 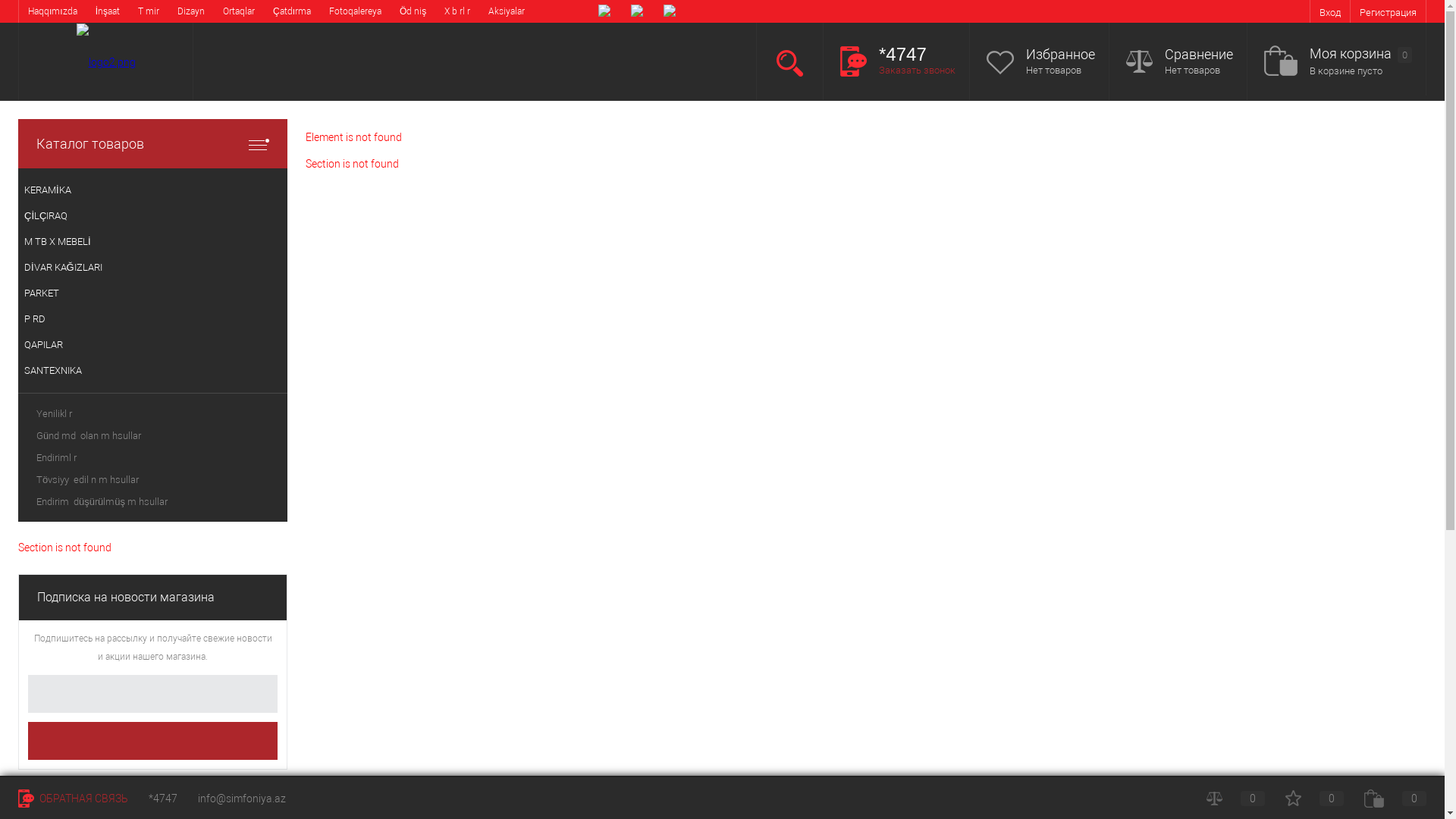 What do you see at coordinates (196, 798) in the screenshot?
I see `'info@simfoniya.az'` at bounding box center [196, 798].